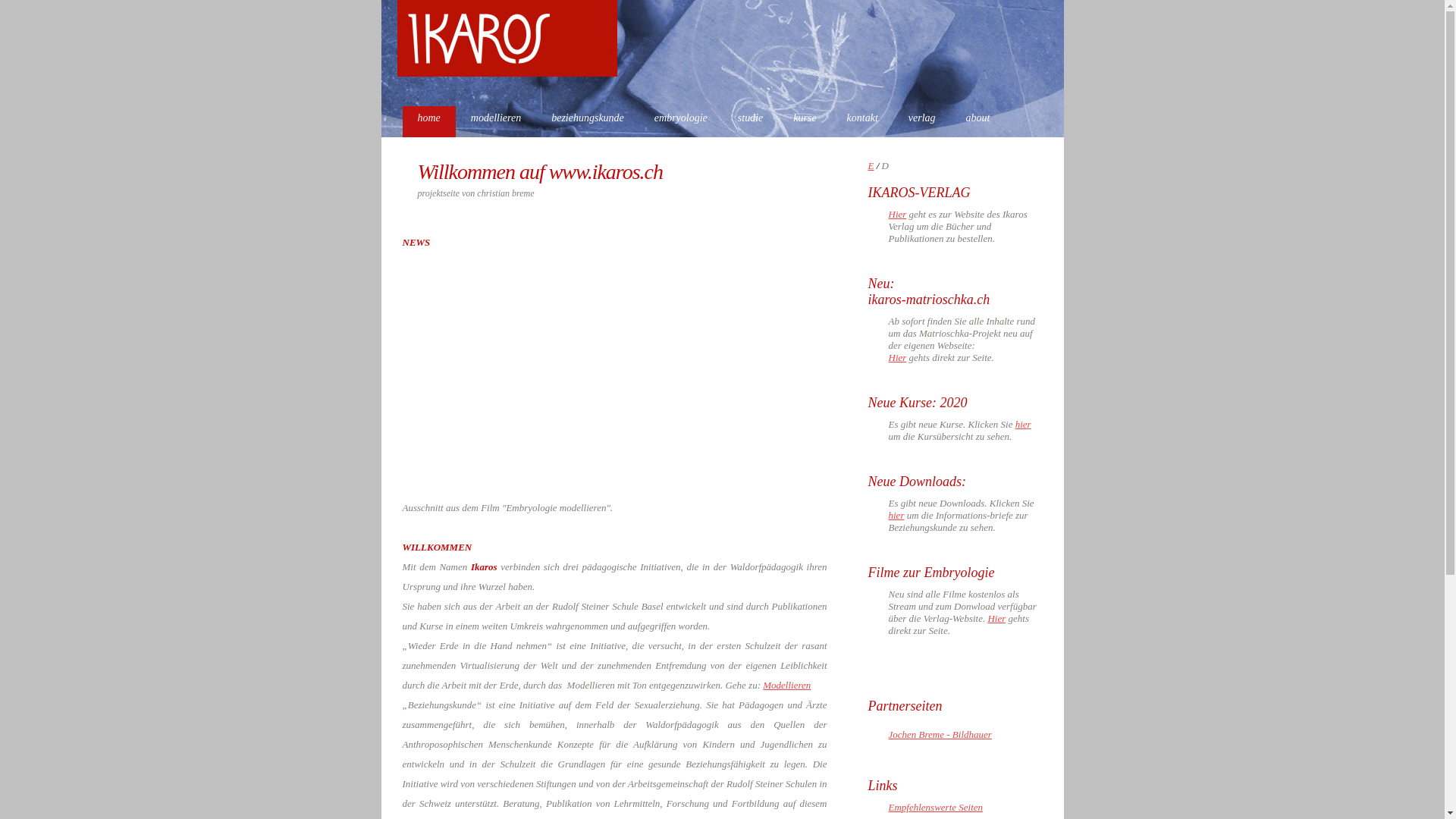  Describe the element at coordinates (921, 121) in the screenshot. I see `'verlag'` at that location.